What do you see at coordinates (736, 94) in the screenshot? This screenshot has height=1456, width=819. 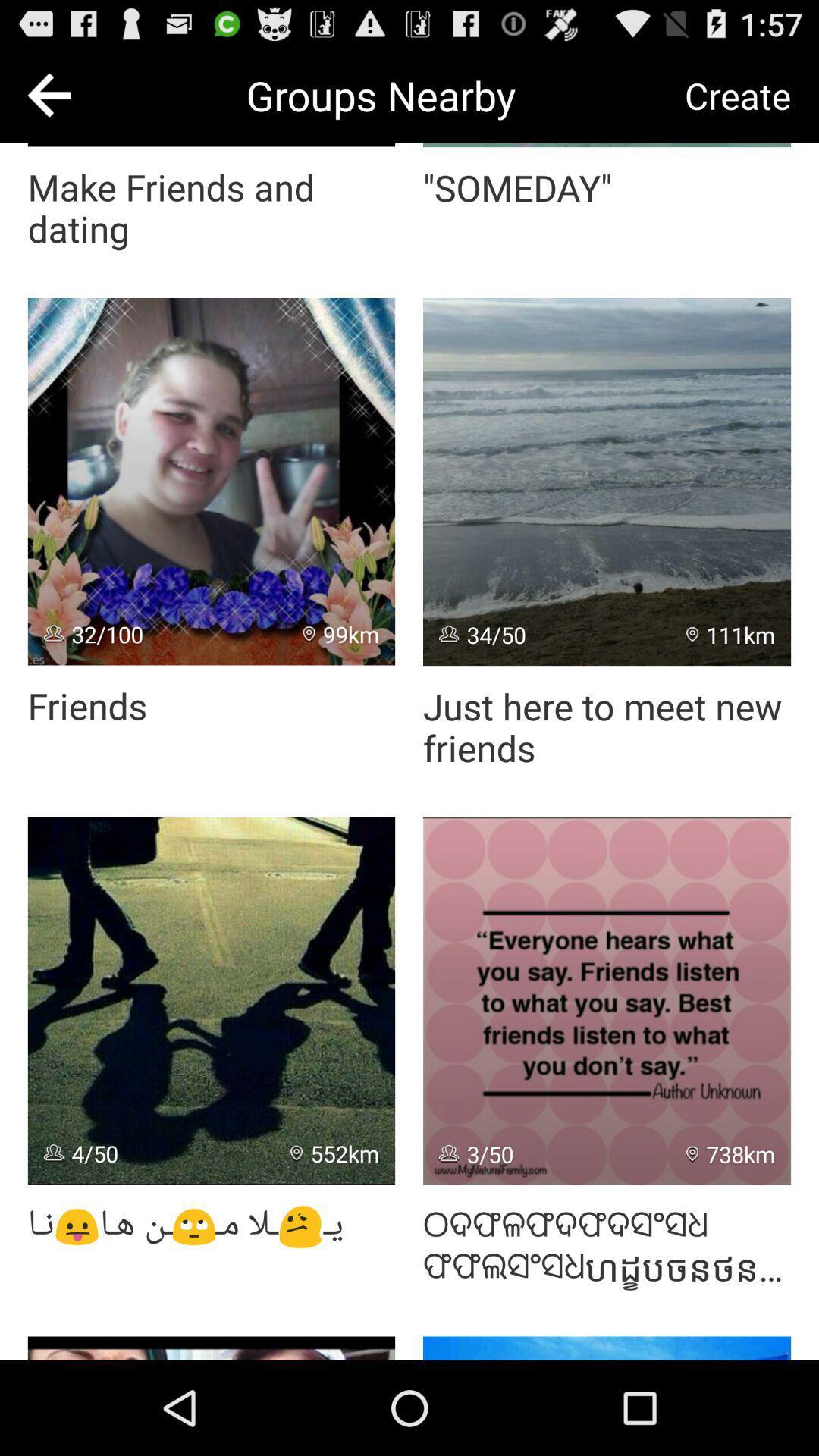 I see `the button on the top right corner of the web page` at bounding box center [736, 94].